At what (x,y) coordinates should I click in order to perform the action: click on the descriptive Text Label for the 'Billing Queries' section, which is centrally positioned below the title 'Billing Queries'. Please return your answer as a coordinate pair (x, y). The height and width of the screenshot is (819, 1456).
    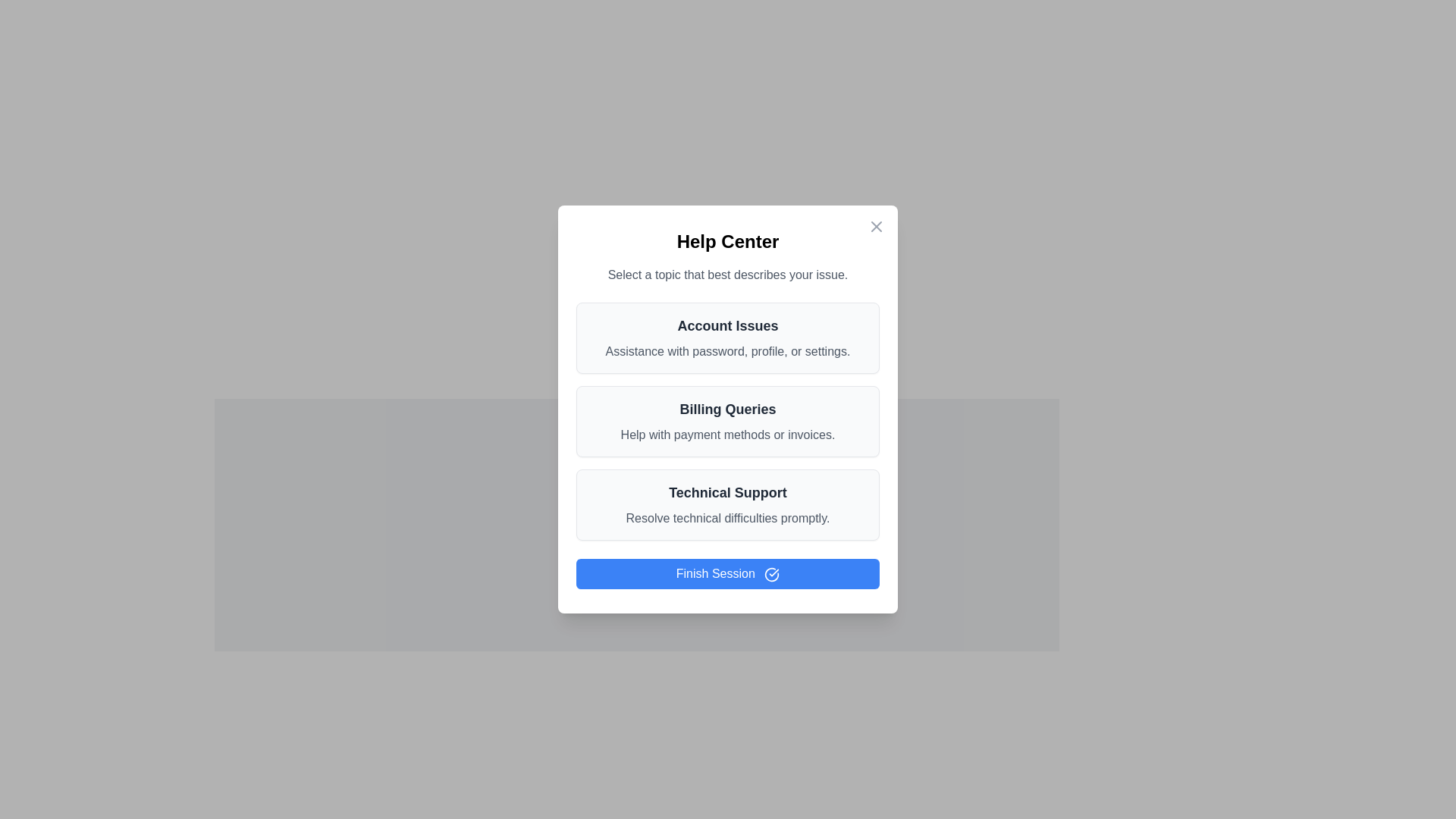
    Looking at the image, I should click on (728, 435).